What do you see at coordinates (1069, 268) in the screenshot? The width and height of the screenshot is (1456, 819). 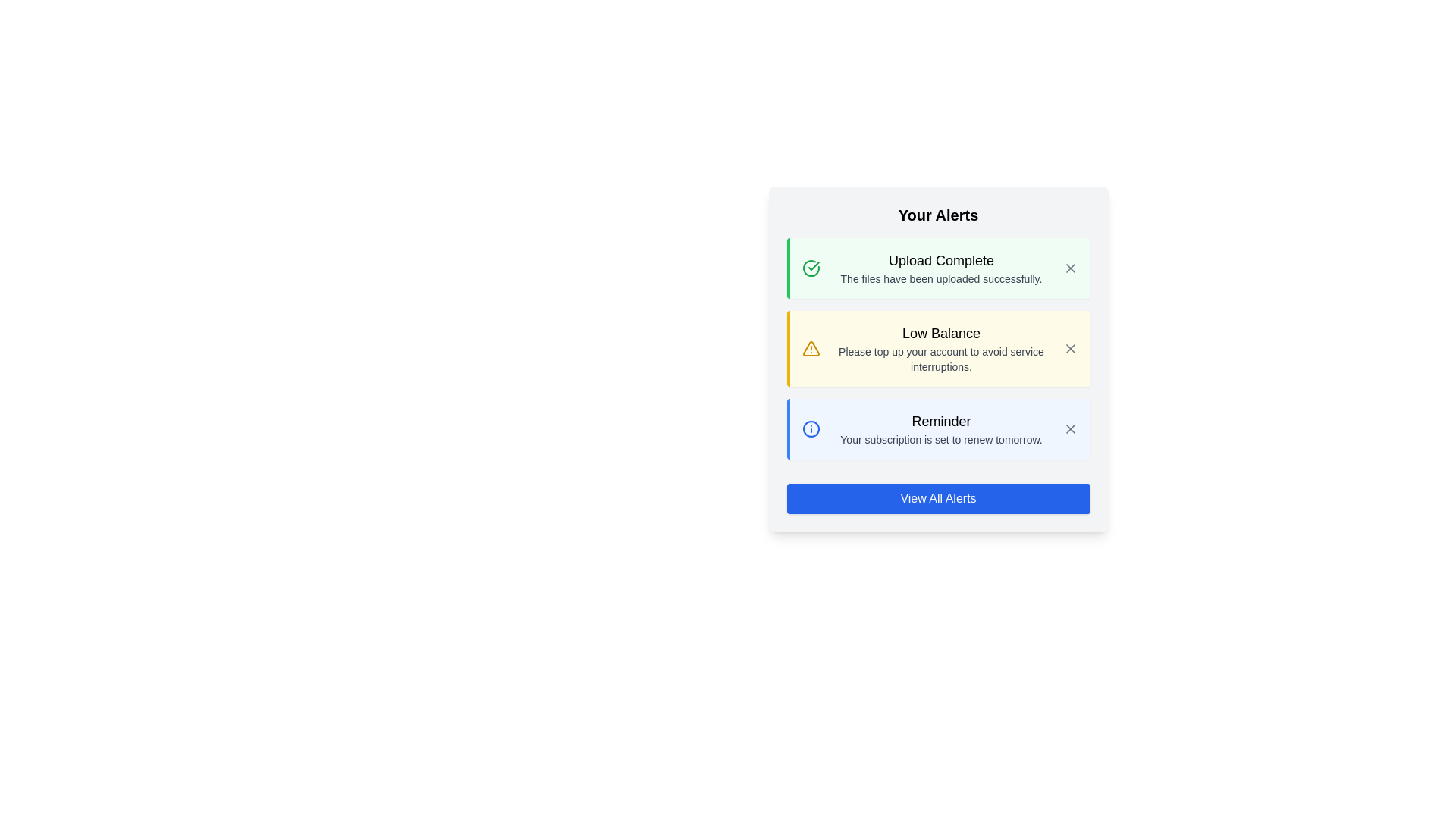 I see `the Close indicator icon (X shape) located at the top-right corner of the 'Upload Complete' alert box` at bounding box center [1069, 268].